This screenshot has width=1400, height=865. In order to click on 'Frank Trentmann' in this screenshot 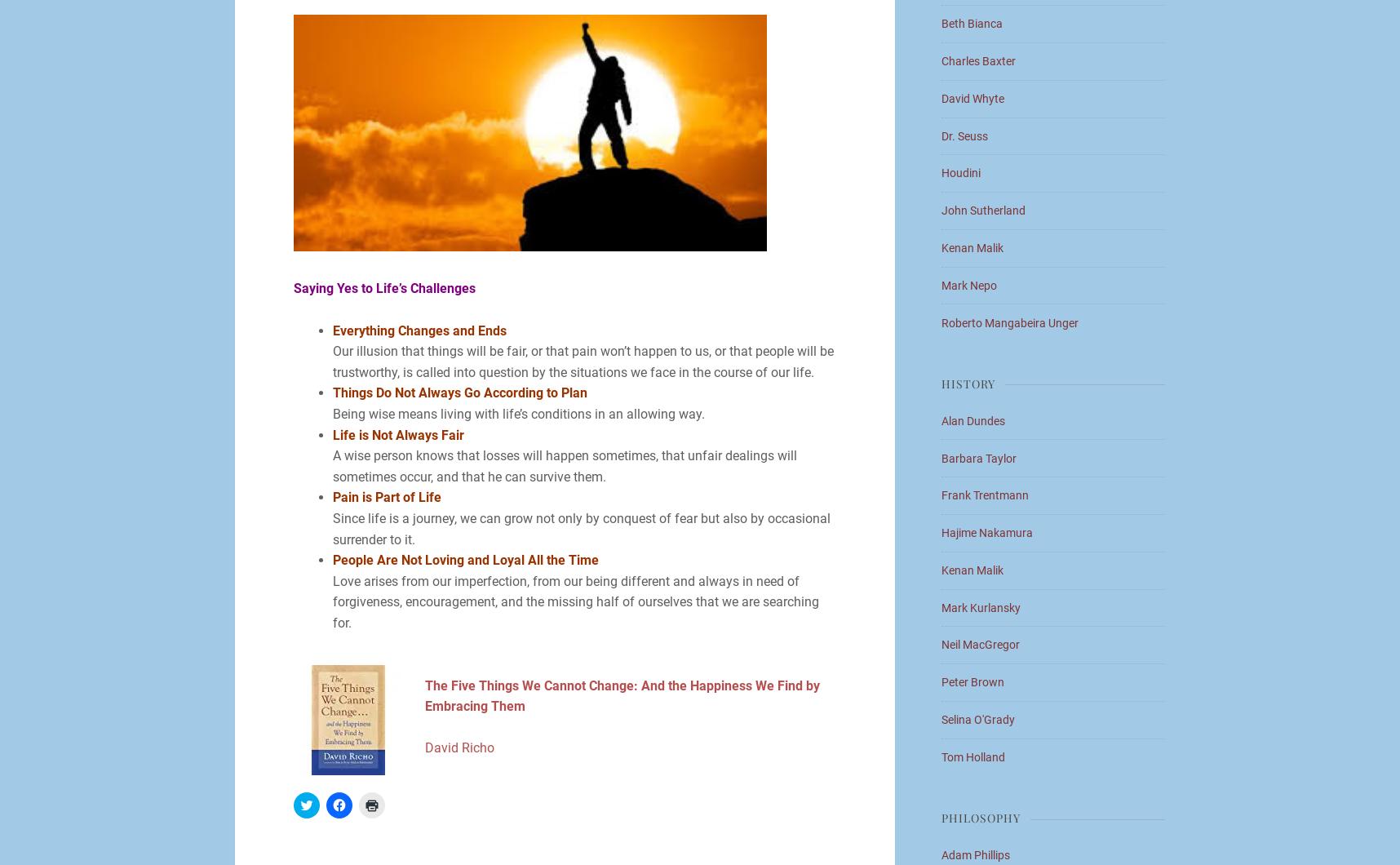, I will do `click(985, 495)`.